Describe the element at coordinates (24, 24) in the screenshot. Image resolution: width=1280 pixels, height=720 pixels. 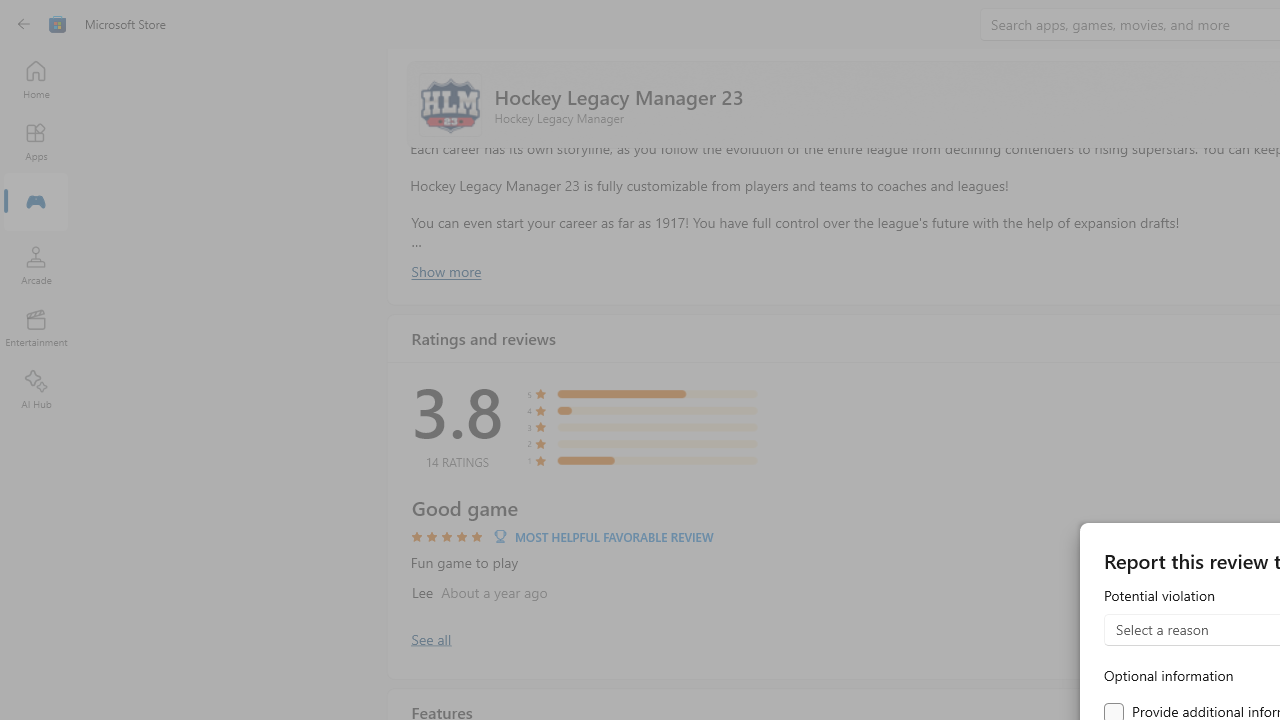
I see `'Back'` at that location.